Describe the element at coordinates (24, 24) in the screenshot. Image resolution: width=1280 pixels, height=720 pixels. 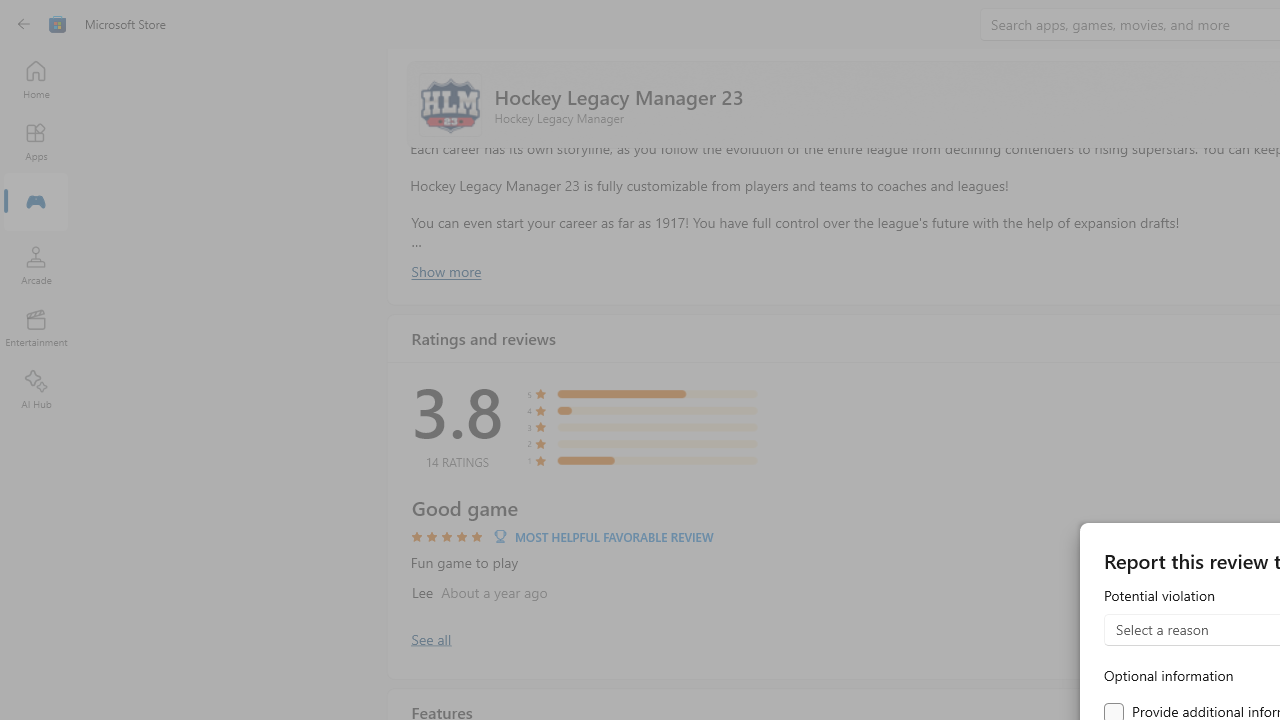
I see `'Back'` at that location.